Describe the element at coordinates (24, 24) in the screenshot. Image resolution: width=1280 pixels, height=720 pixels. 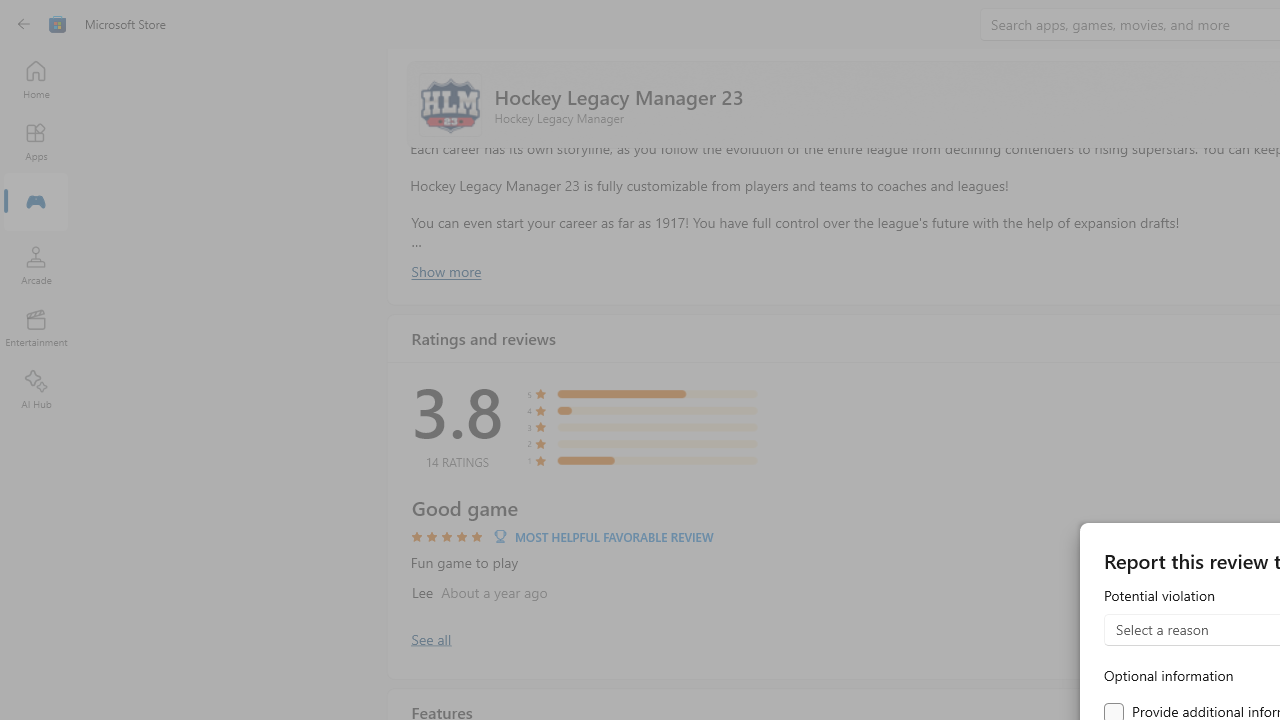
I see `'Back'` at that location.